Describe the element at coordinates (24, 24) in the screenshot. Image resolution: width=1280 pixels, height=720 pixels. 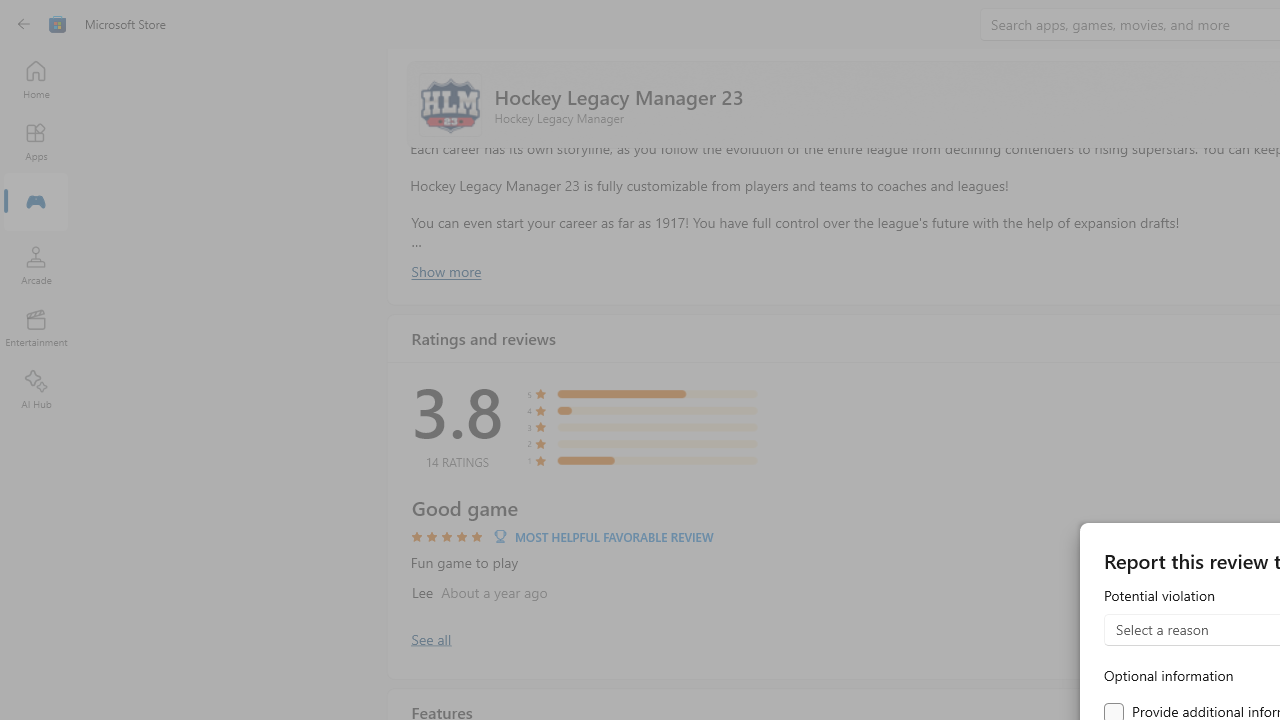
I see `'Back'` at that location.